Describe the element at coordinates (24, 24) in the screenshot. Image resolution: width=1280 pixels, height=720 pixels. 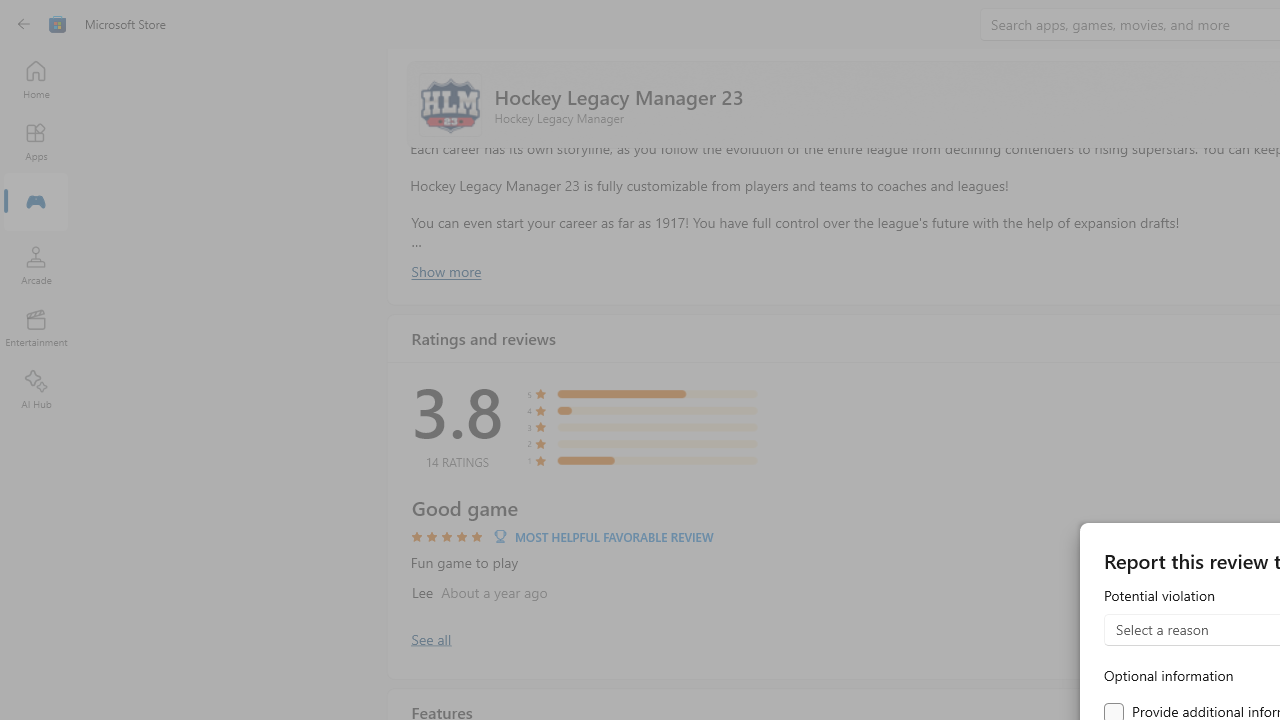
I see `'Back'` at that location.